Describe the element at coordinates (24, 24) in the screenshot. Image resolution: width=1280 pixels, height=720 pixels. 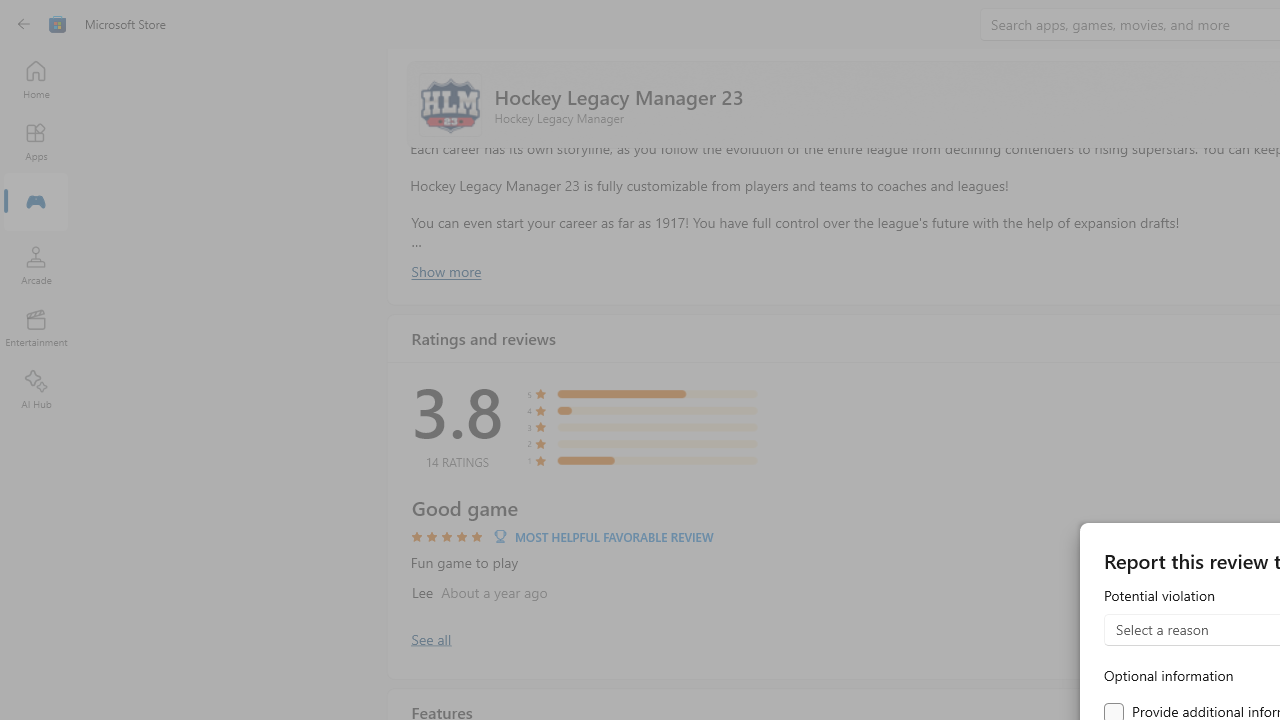
I see `'Back'` at that location.